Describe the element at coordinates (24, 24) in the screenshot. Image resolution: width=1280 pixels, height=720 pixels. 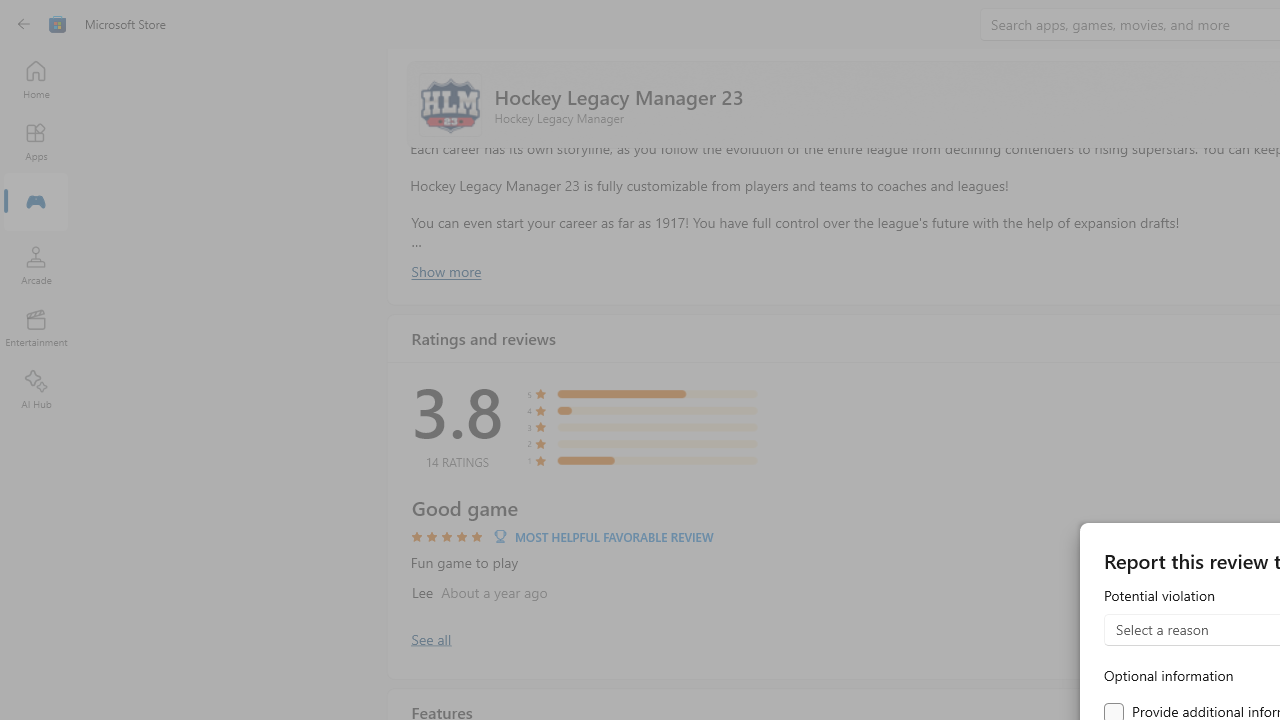
I see `'Back'` at that location.